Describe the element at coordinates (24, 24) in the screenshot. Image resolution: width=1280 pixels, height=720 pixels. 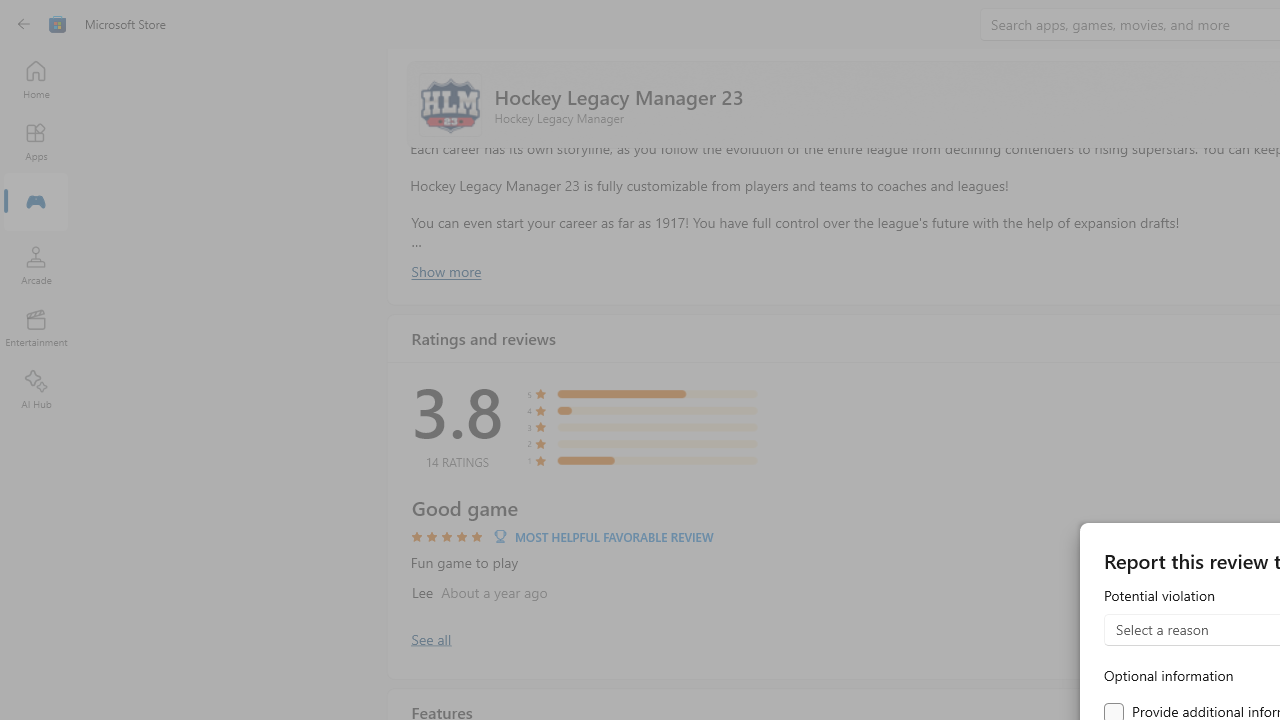
I see `'Back'` at that location.